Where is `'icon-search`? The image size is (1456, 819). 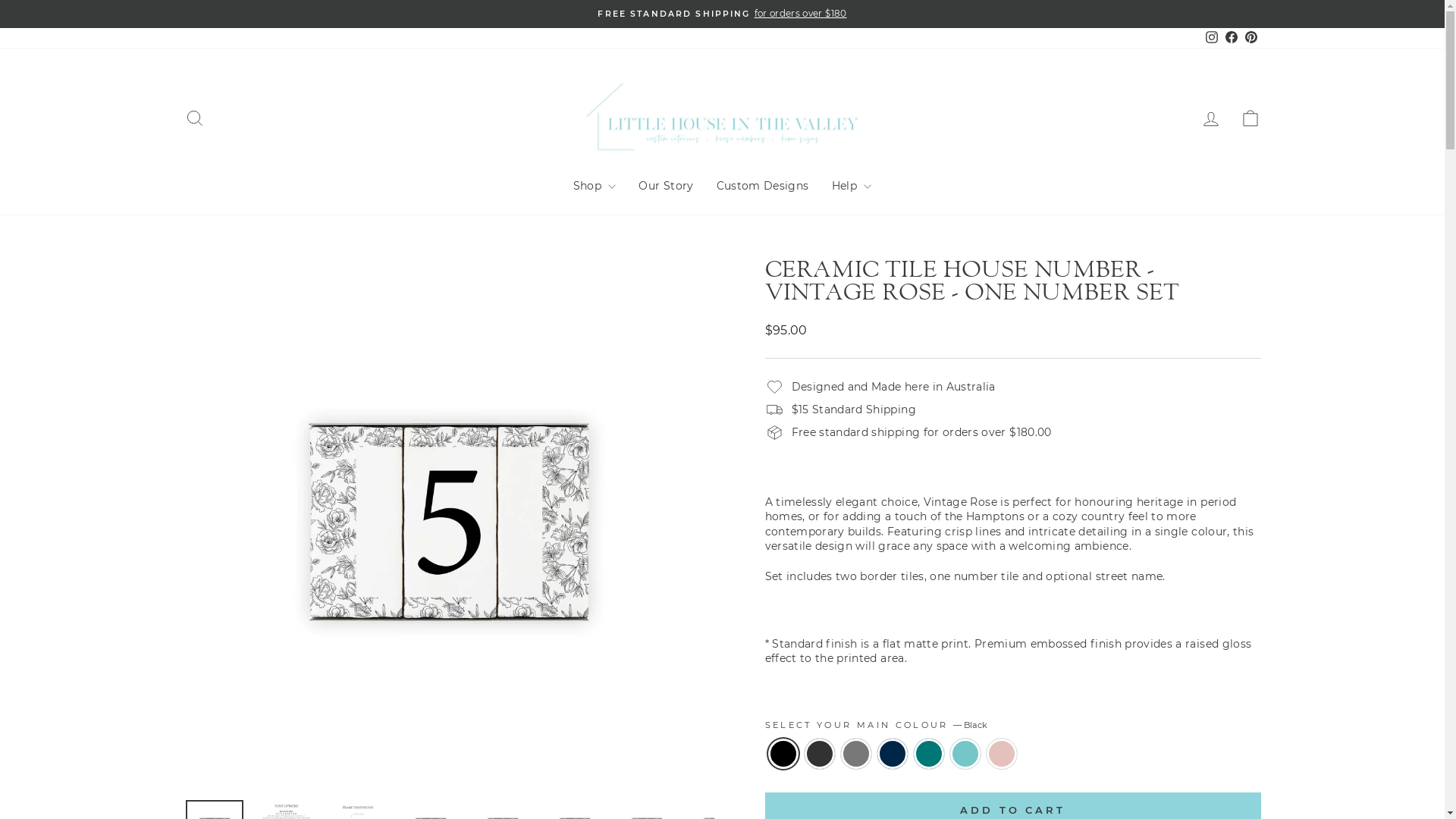
'icon-search is located at coordinates (193, 118).